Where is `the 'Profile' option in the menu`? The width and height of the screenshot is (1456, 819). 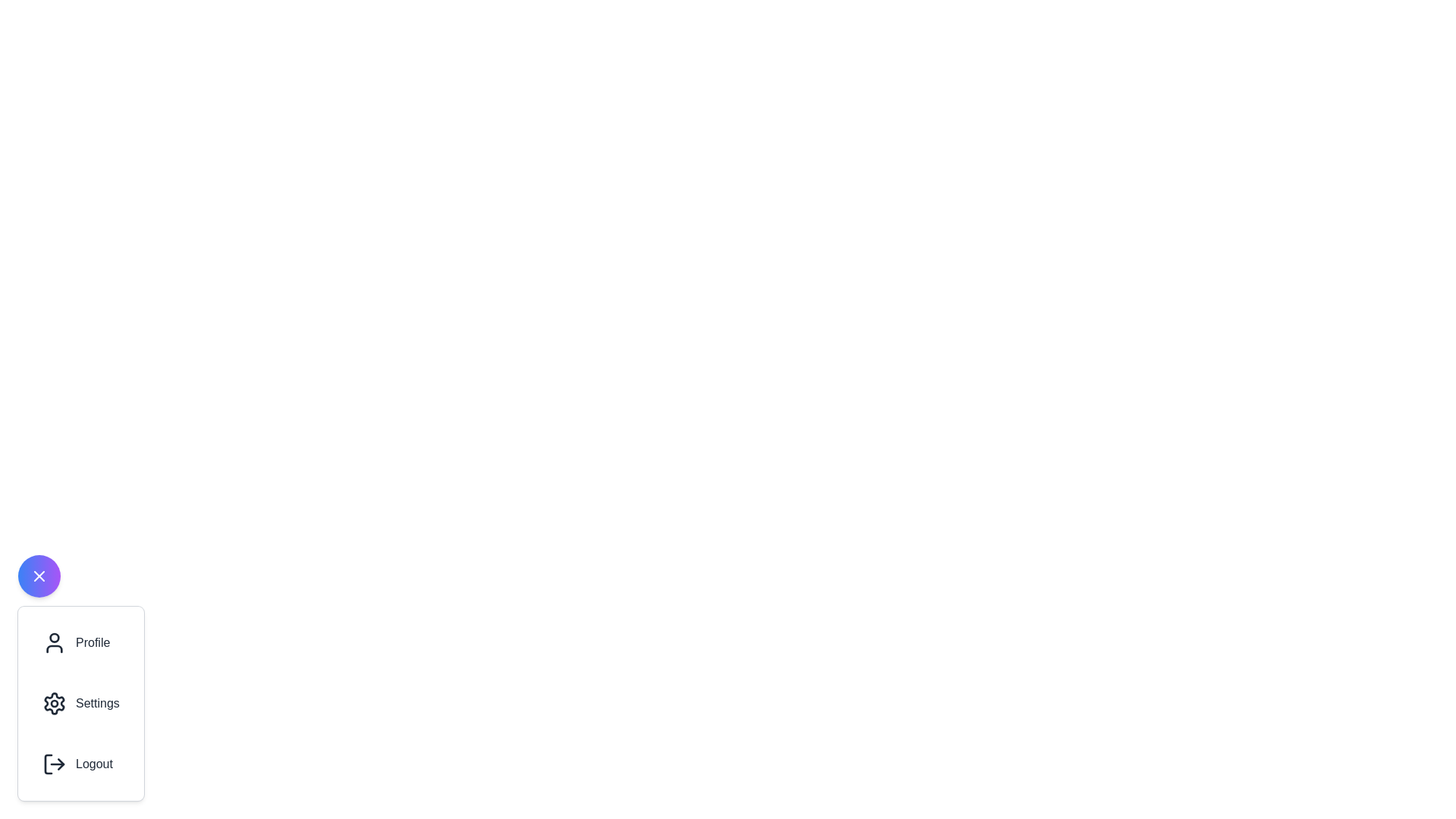 the 'Profile' option in the menu is located at coordinates (79, 643).